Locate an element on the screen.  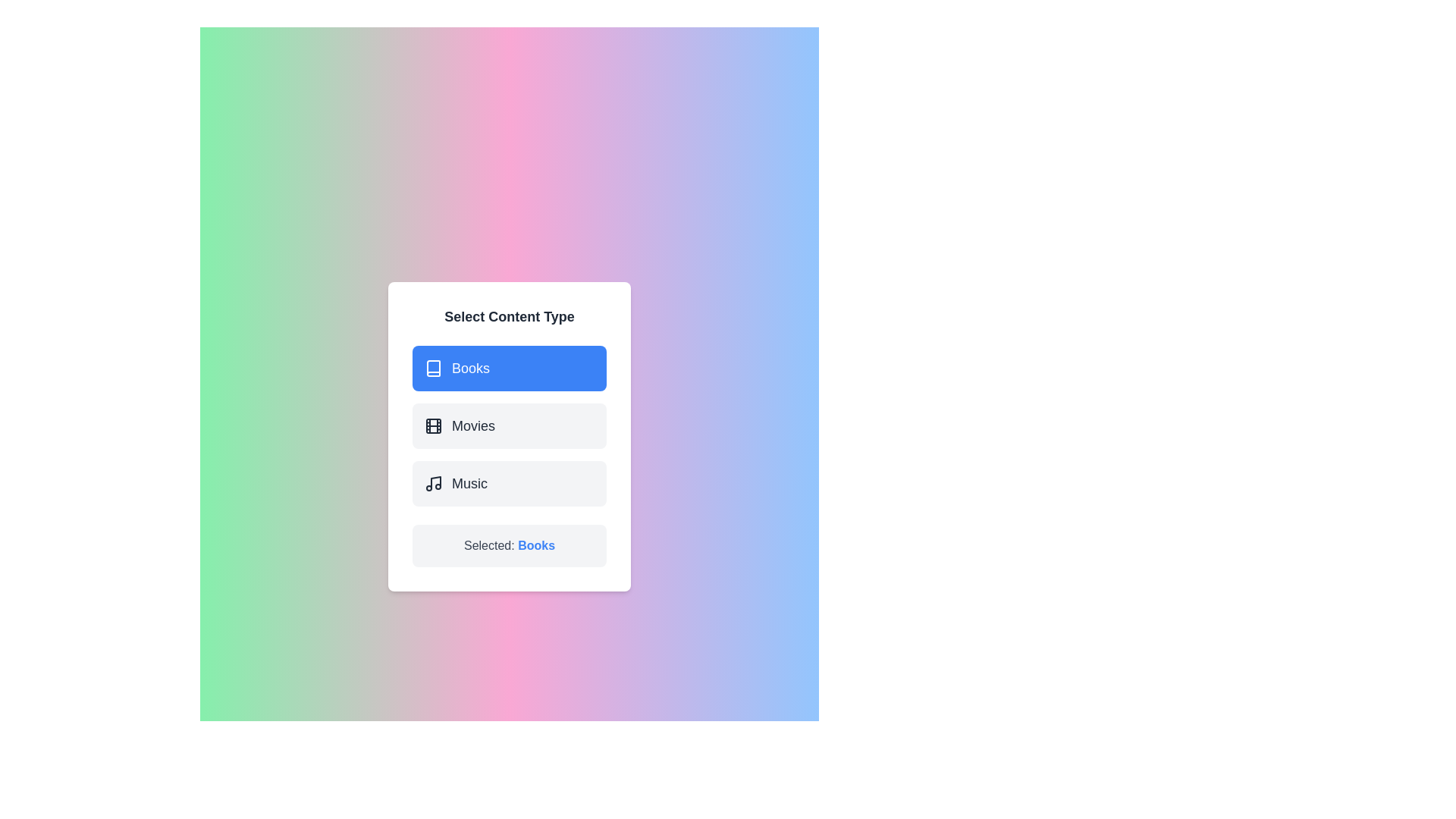
the vertical stem of the music icon, which is positioned next to the text 'Music' in the 'Select Content Type' list is located at coordinates (435, 482).